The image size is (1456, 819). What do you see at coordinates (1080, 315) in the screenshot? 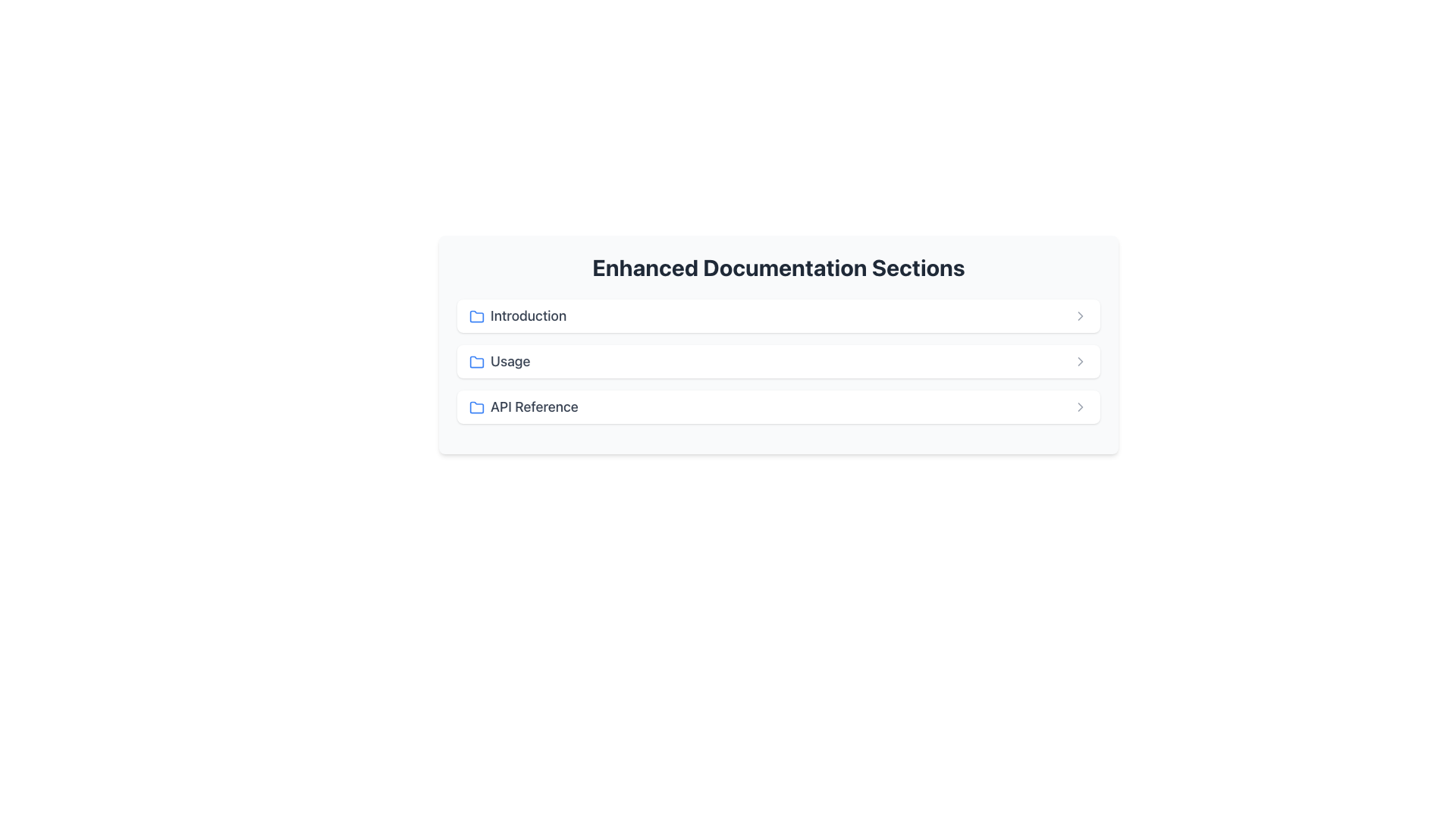
I see `the chevron icon located at the rightmost part of the 'Introduction' section` at bounding box center [1080, 315].